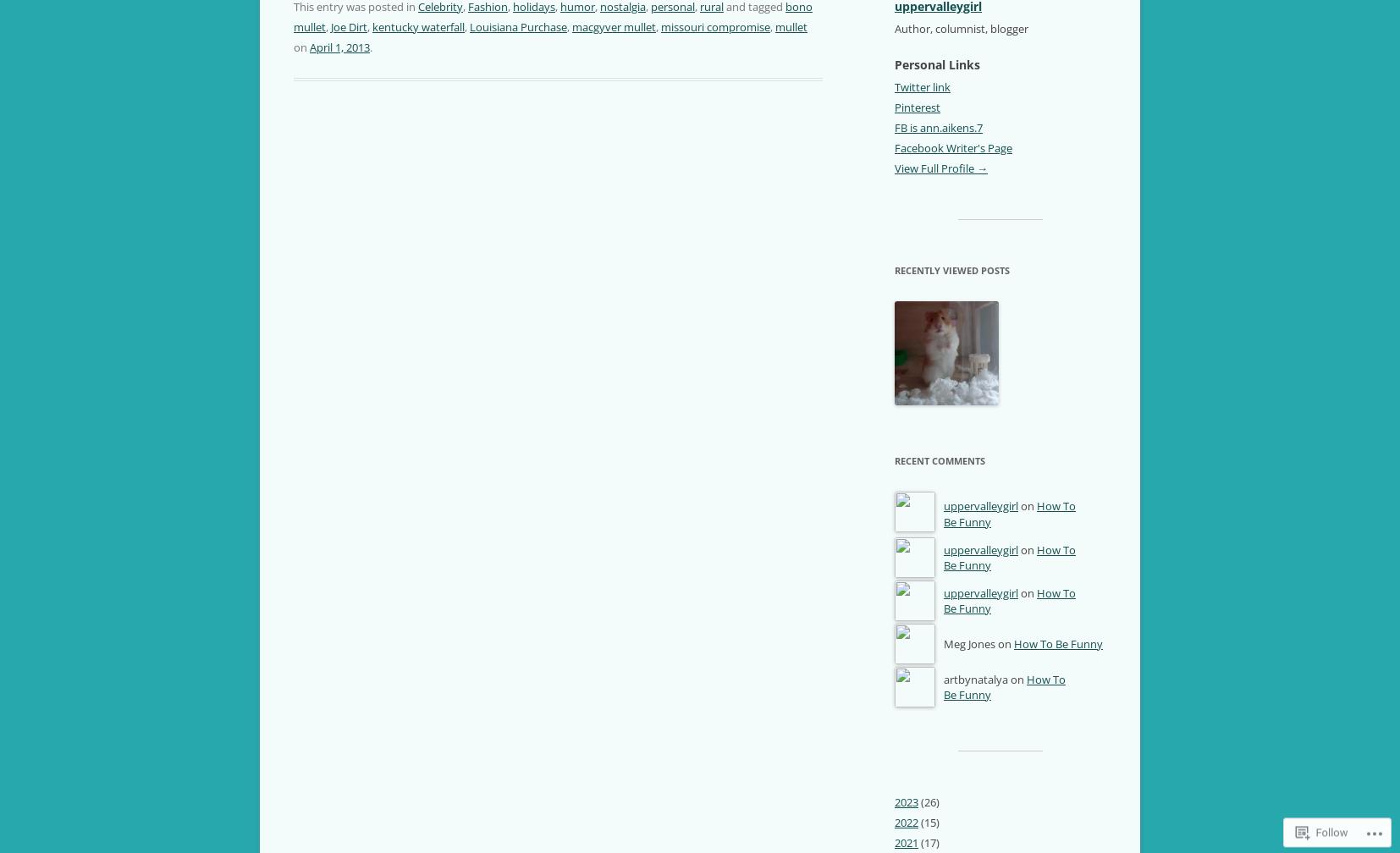  Describe the element at coordinates (952, 147) in the screenshot. I see `'Facebook Writer's Page'` at that location.